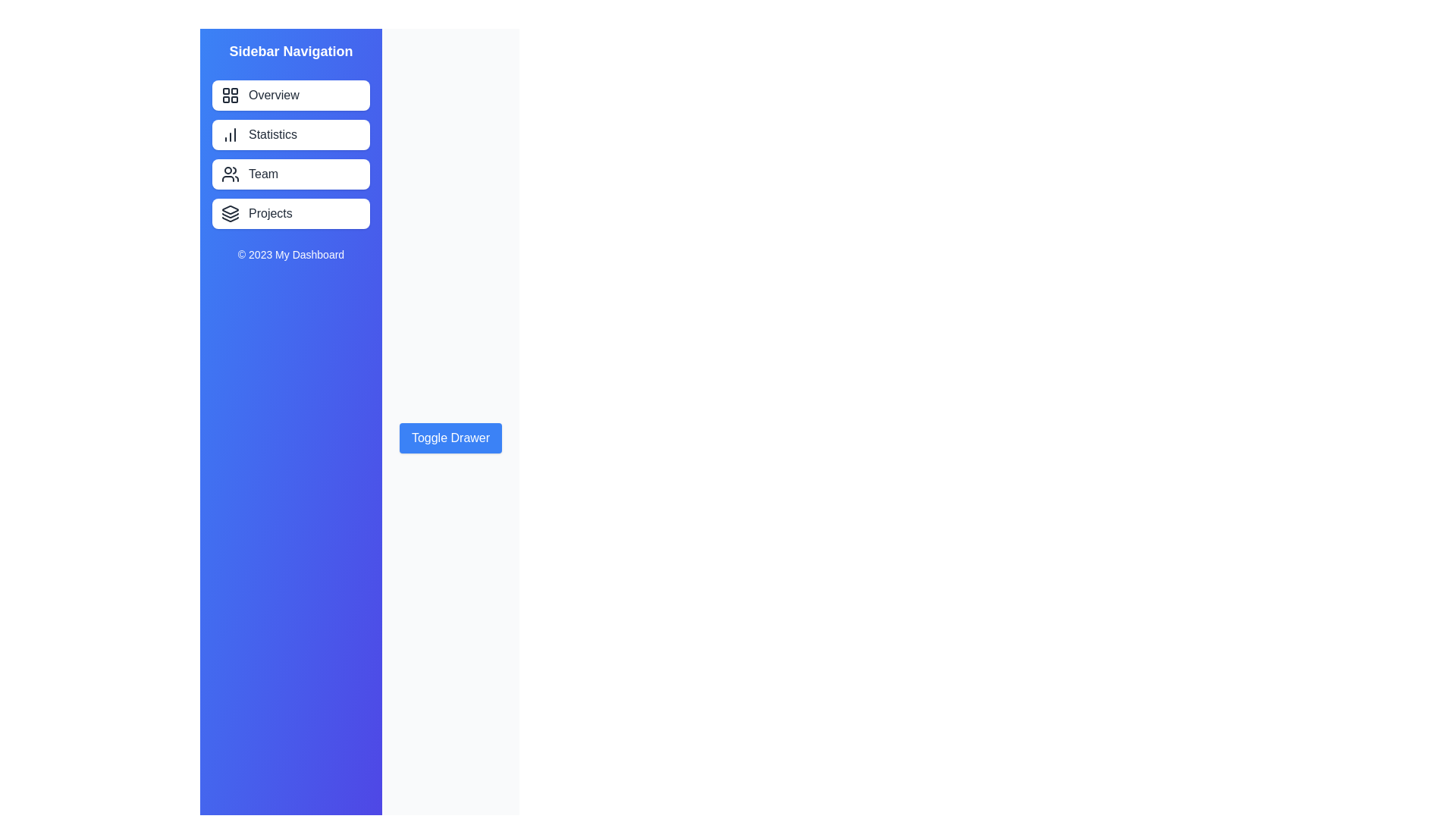 The image size is (1456, 819). I want to click on the sidebar menu item Overview, so click(291, 96).